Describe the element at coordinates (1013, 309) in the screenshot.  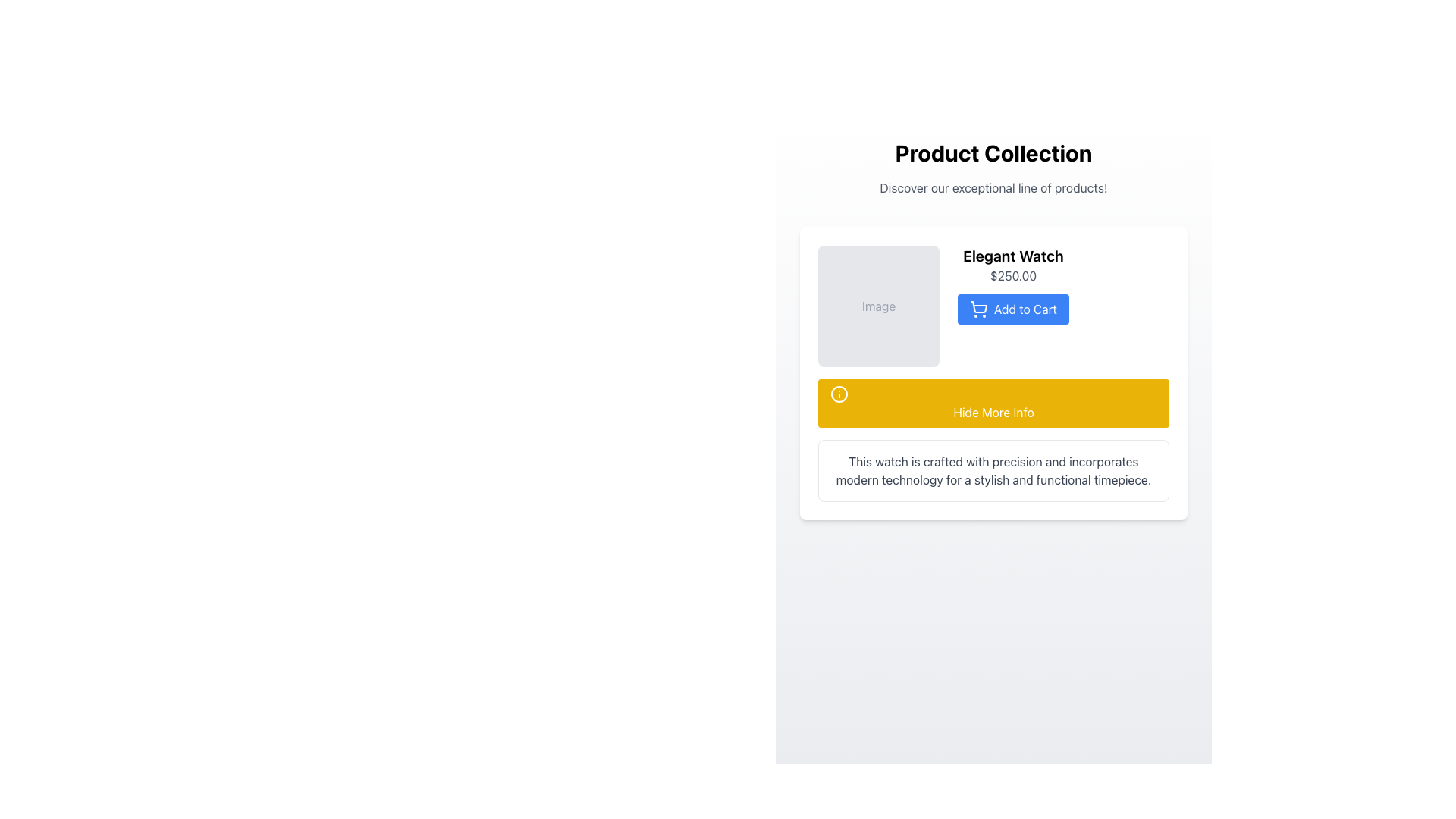
I see `the 'Add to Cart' button for the product 'Elegant Watch' located below its name and price` at that location.